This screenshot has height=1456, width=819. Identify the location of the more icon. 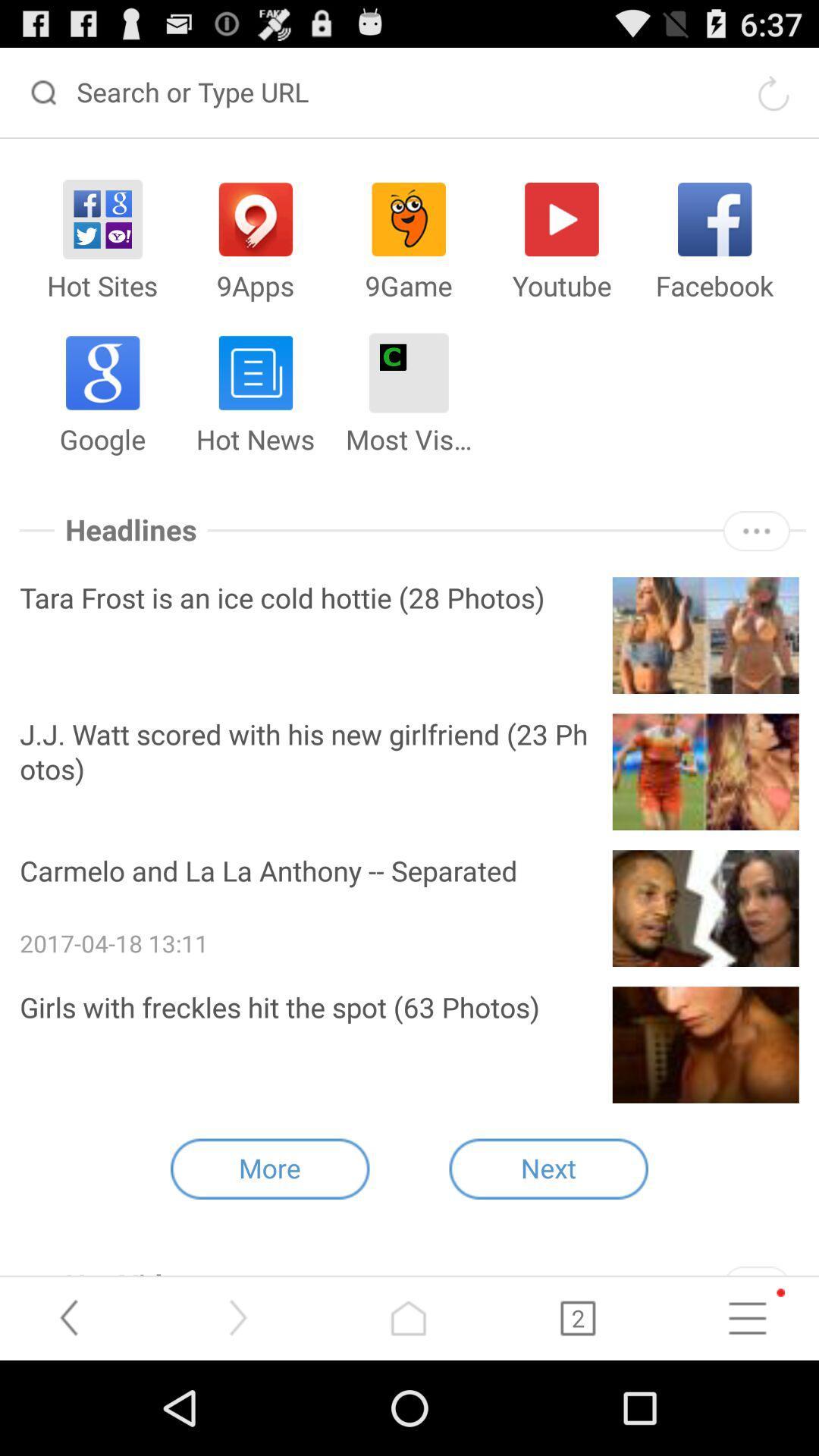
(756, 567).